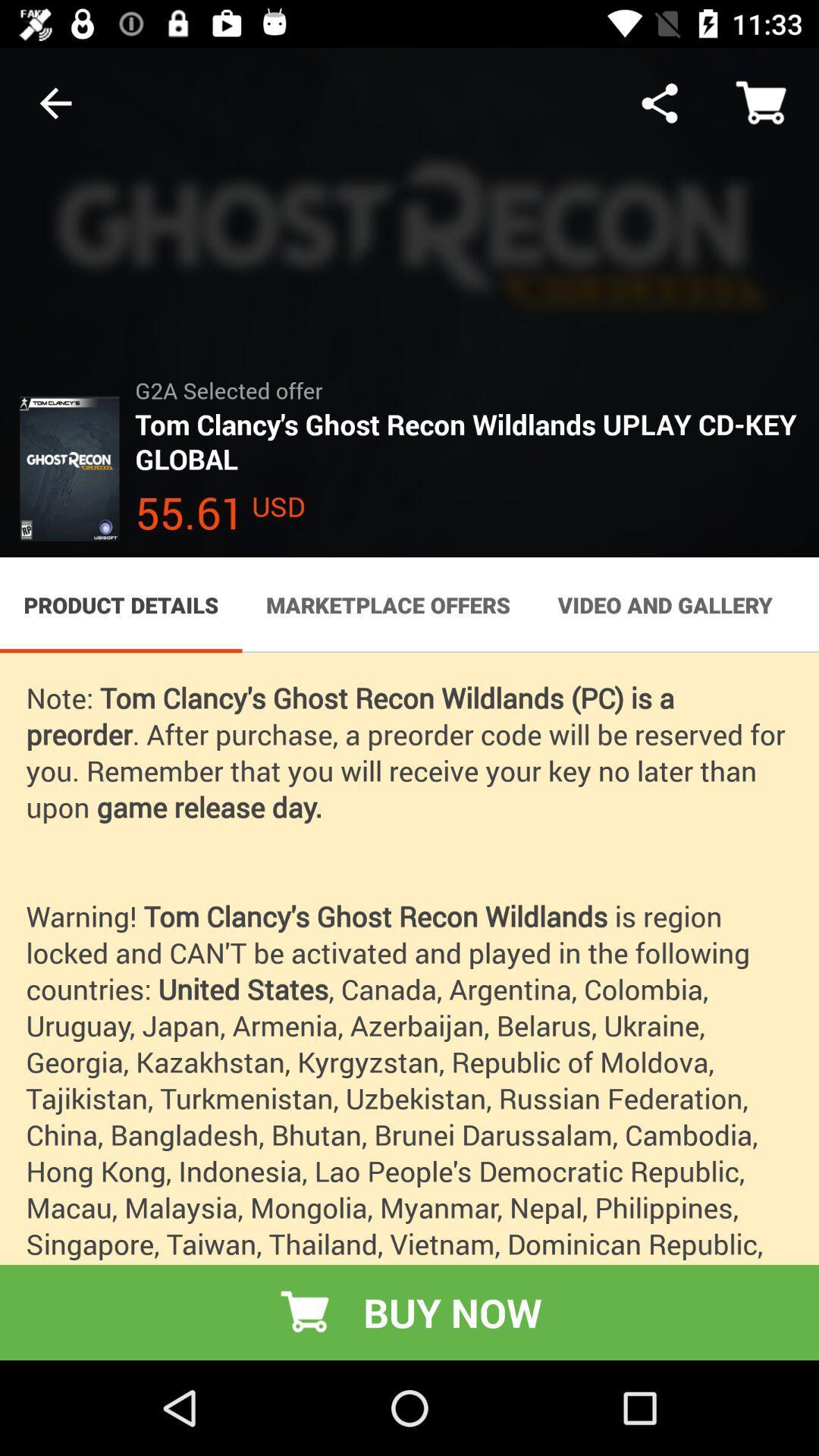 This screenshot has width=819, height=1456. I want to click on the note tom clancy, so click(409, 1006).